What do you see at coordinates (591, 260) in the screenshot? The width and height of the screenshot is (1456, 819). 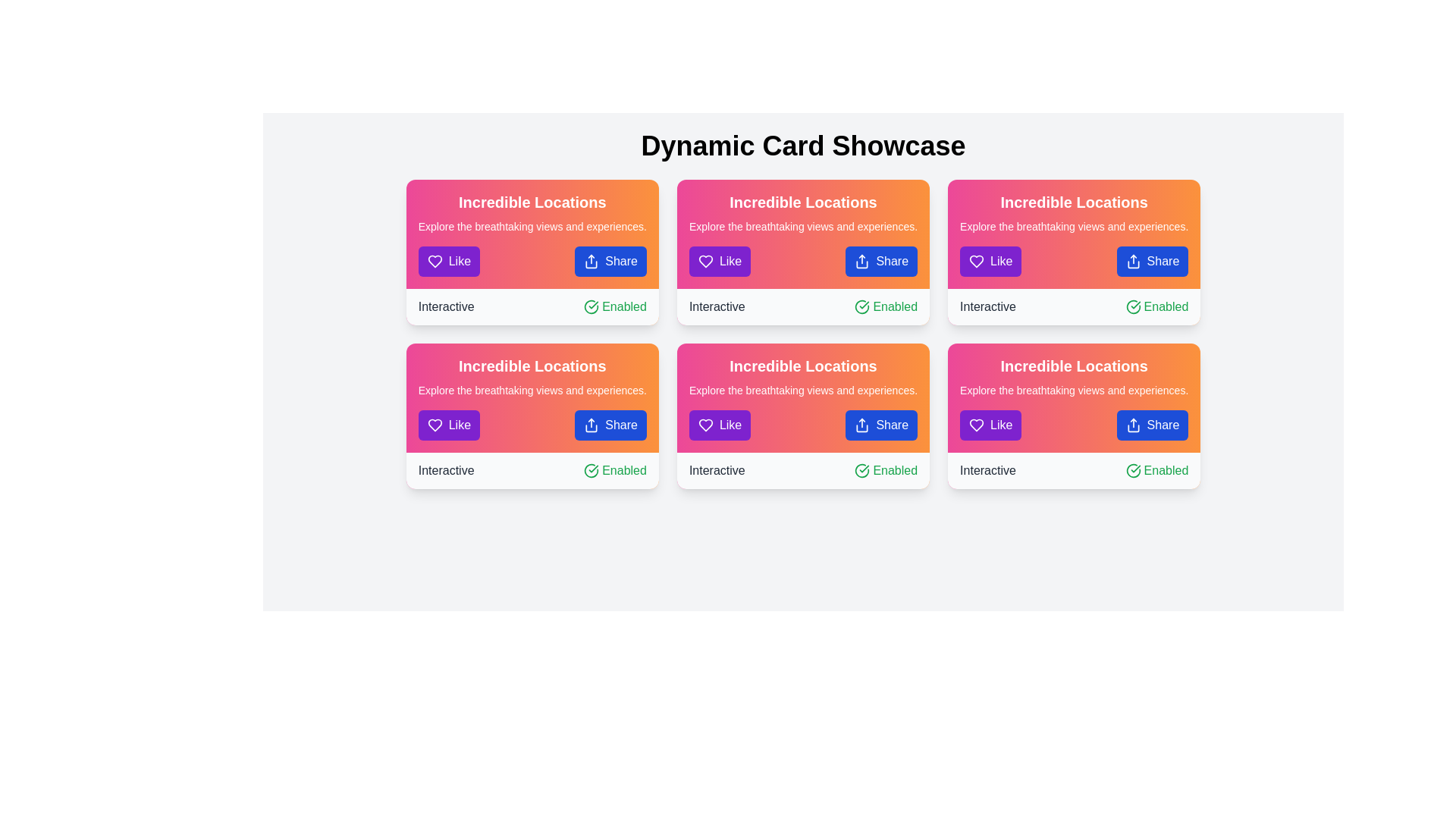 I see `the share icon located at the bottom-right of the second card in the top row` at bounding box center [591, 260].